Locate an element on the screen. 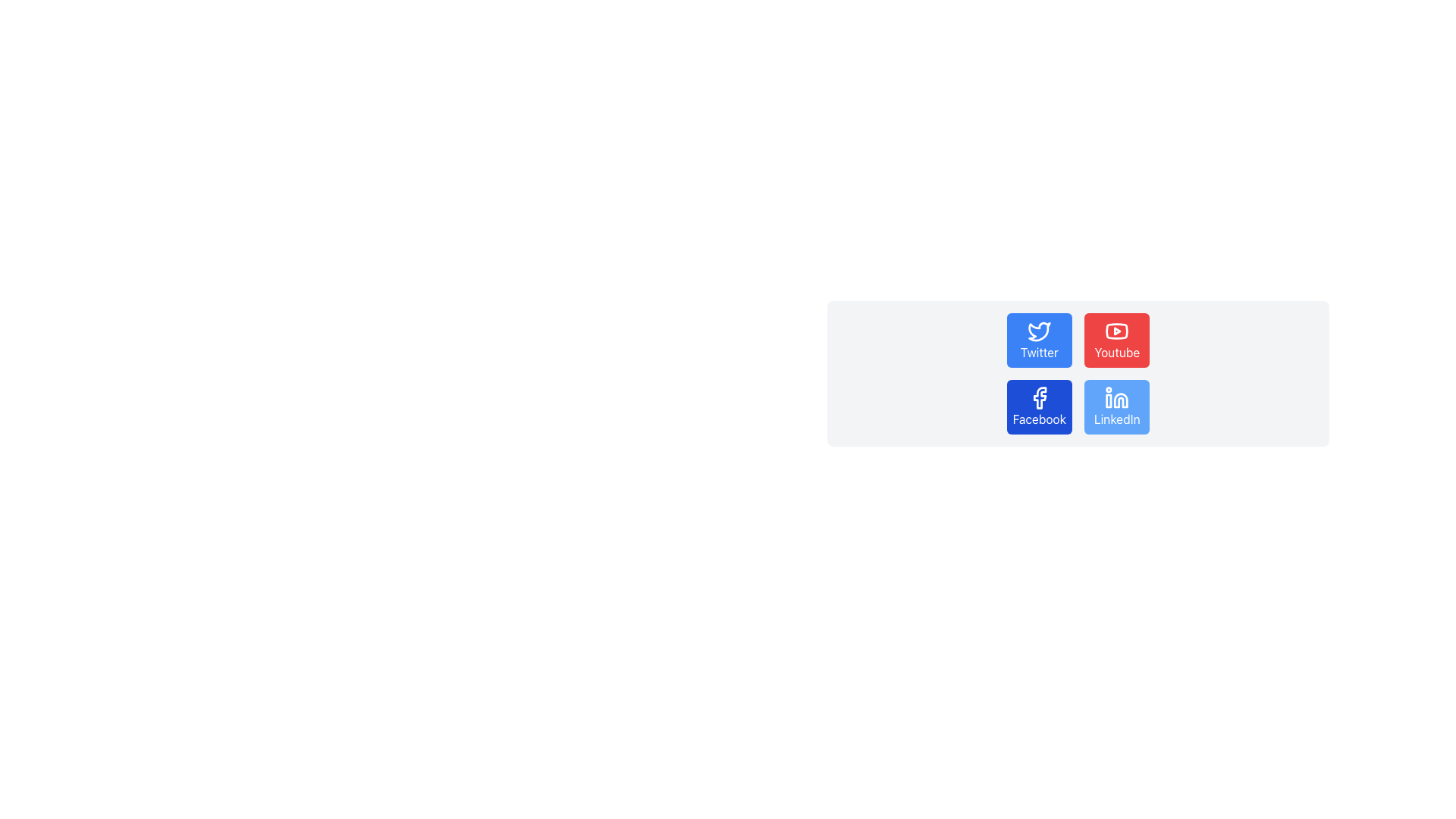 The width and height of the screenshot is (1456, 819). the YouTube icon, which is part of the YouTube button located in the second column of the first row of a 2x2 grid of social media buttons is located at coordinates (1117, 330).